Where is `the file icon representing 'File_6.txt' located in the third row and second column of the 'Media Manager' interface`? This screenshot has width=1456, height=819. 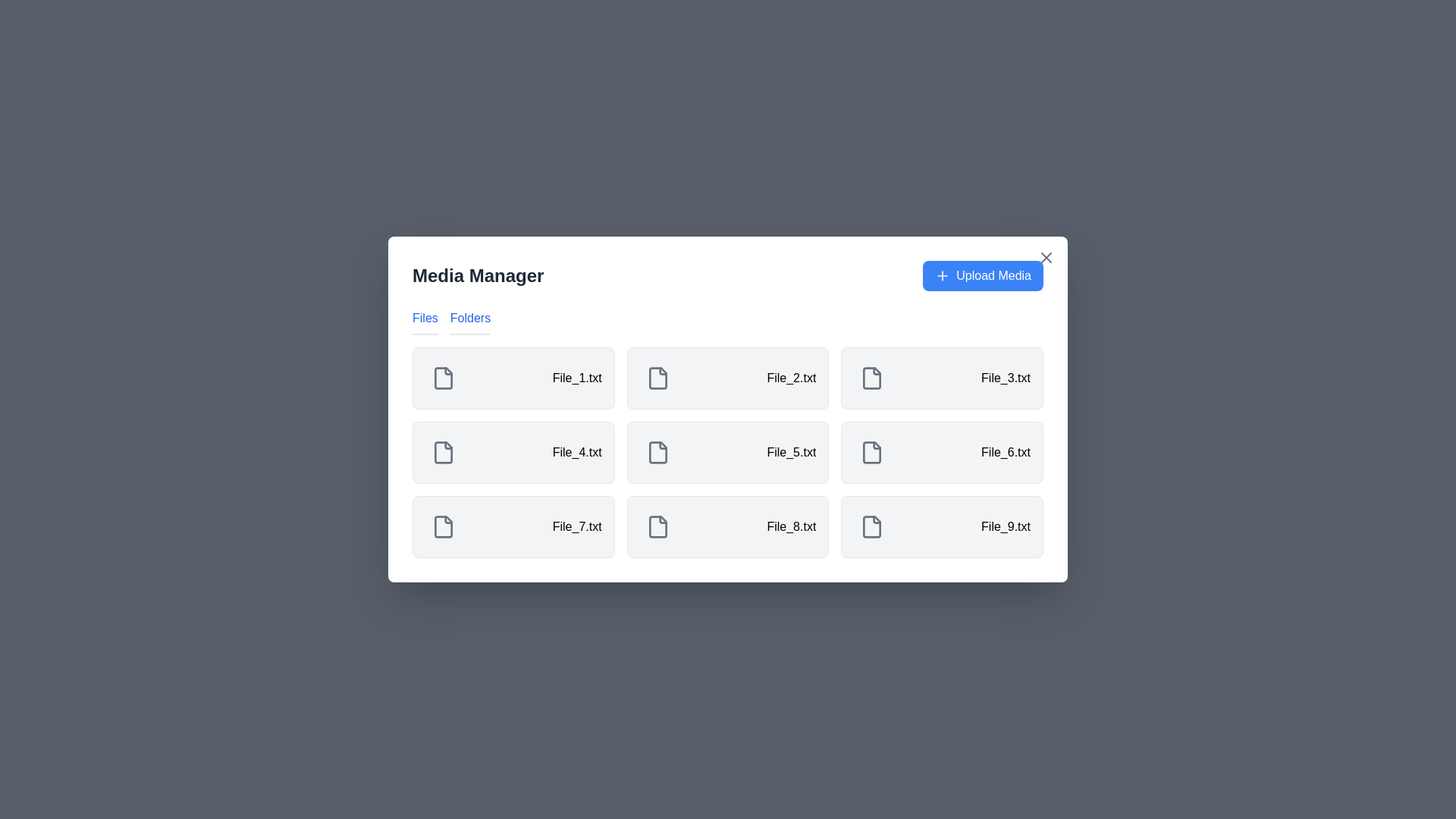
the file icon representing 'File_6.txt' located in the third row and second column of the 'Media Manager' interface is located at coordinates (872, 452).